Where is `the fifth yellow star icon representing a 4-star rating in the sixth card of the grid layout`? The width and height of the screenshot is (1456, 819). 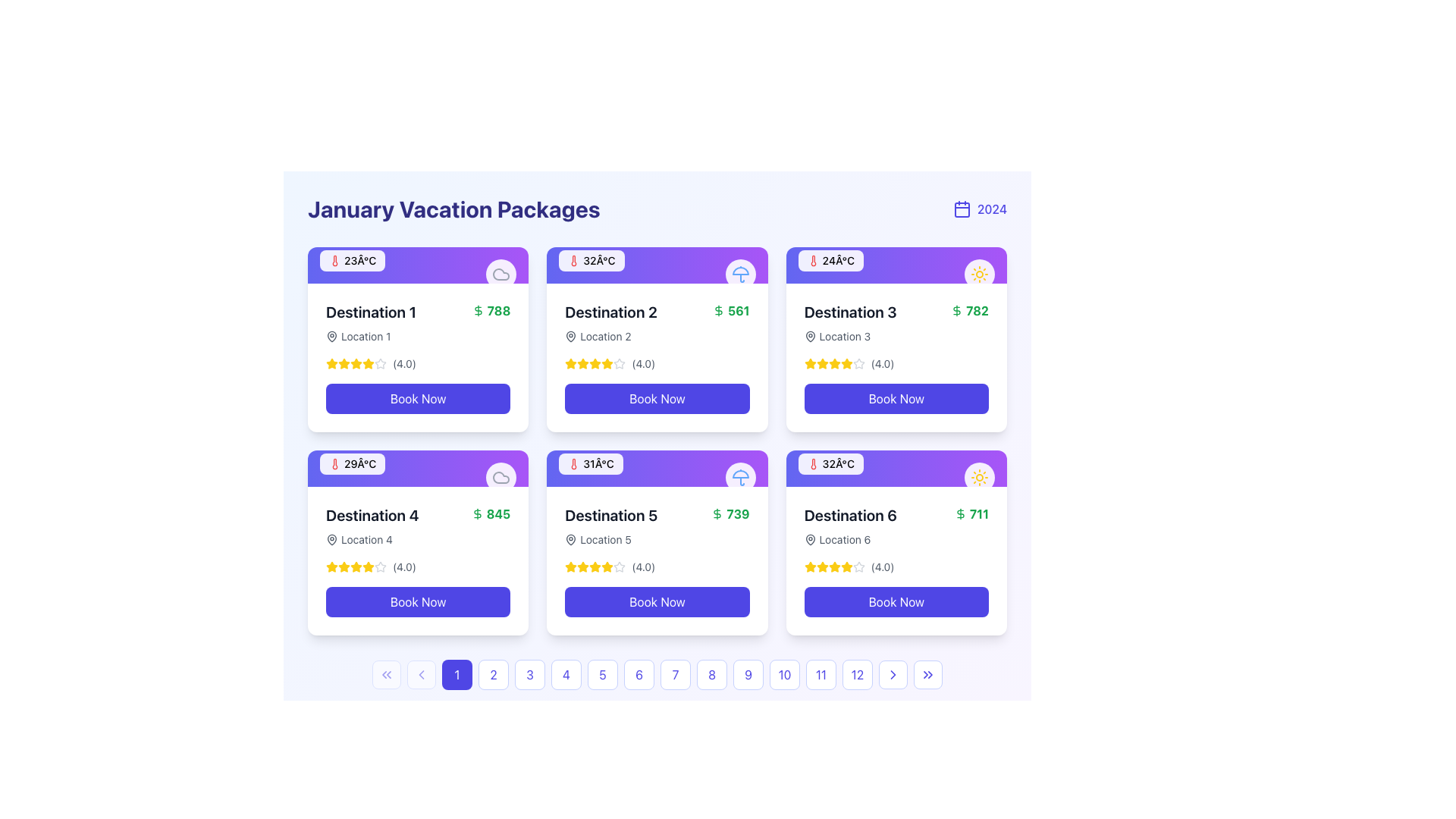
the fifth yellow star icon representing a 4-star rating in the sixth card of the grid layout is located at coordinates (846, 567).